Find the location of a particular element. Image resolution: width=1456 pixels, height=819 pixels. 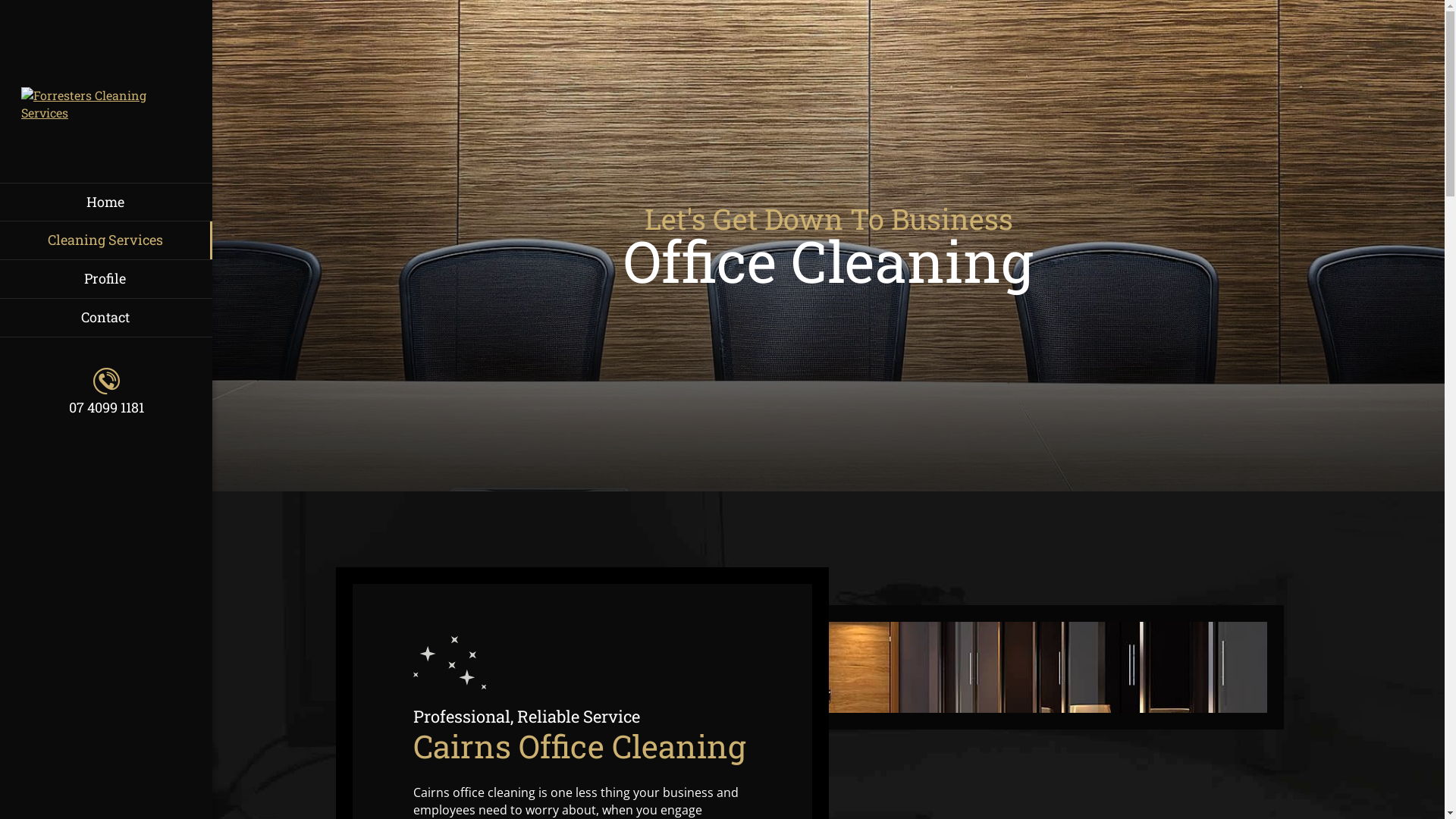

'Cleaning Services' is located at coordinates (105, 239).